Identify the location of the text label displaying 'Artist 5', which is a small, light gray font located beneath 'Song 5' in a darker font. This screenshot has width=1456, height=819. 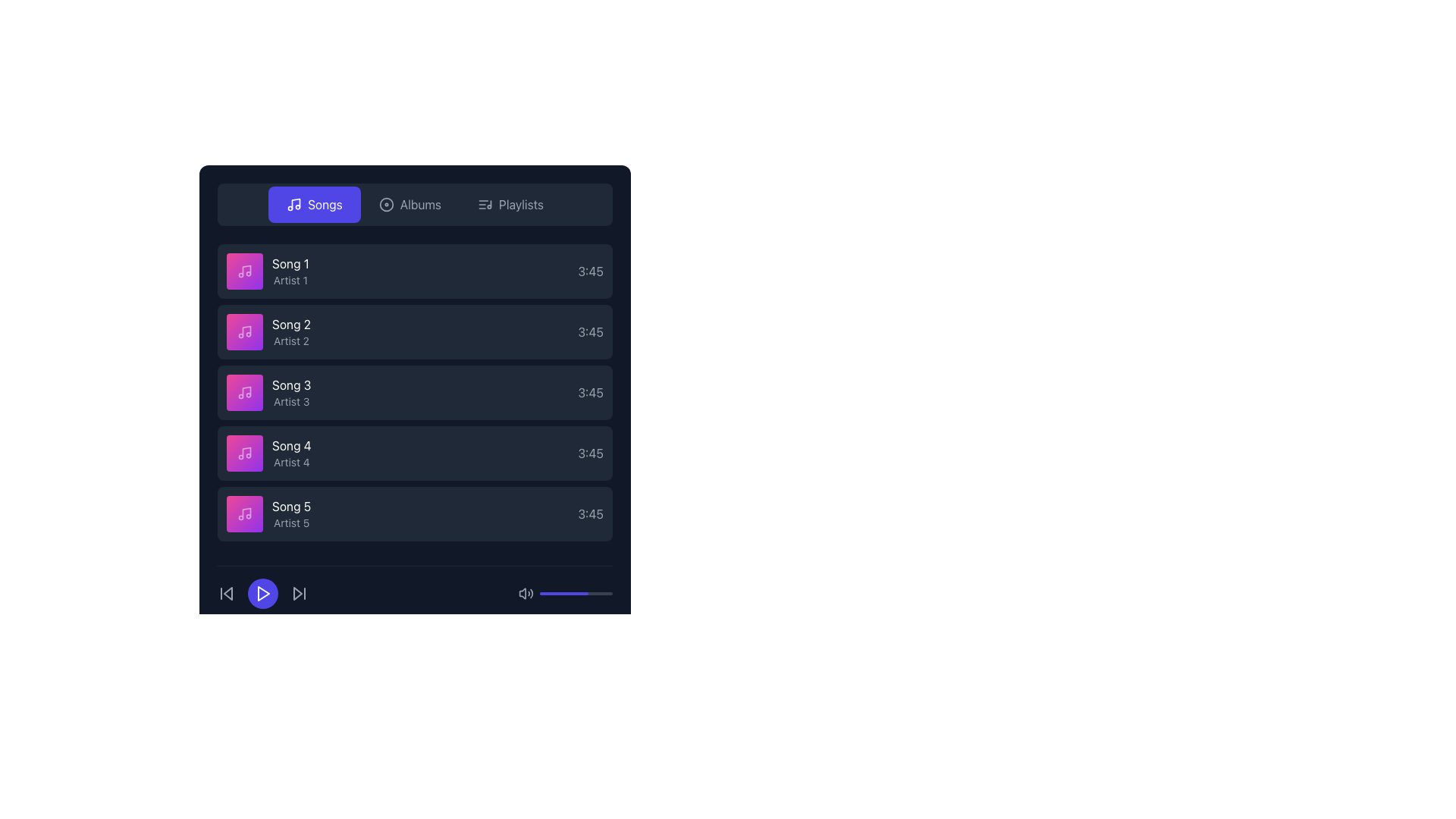
(291, 522).